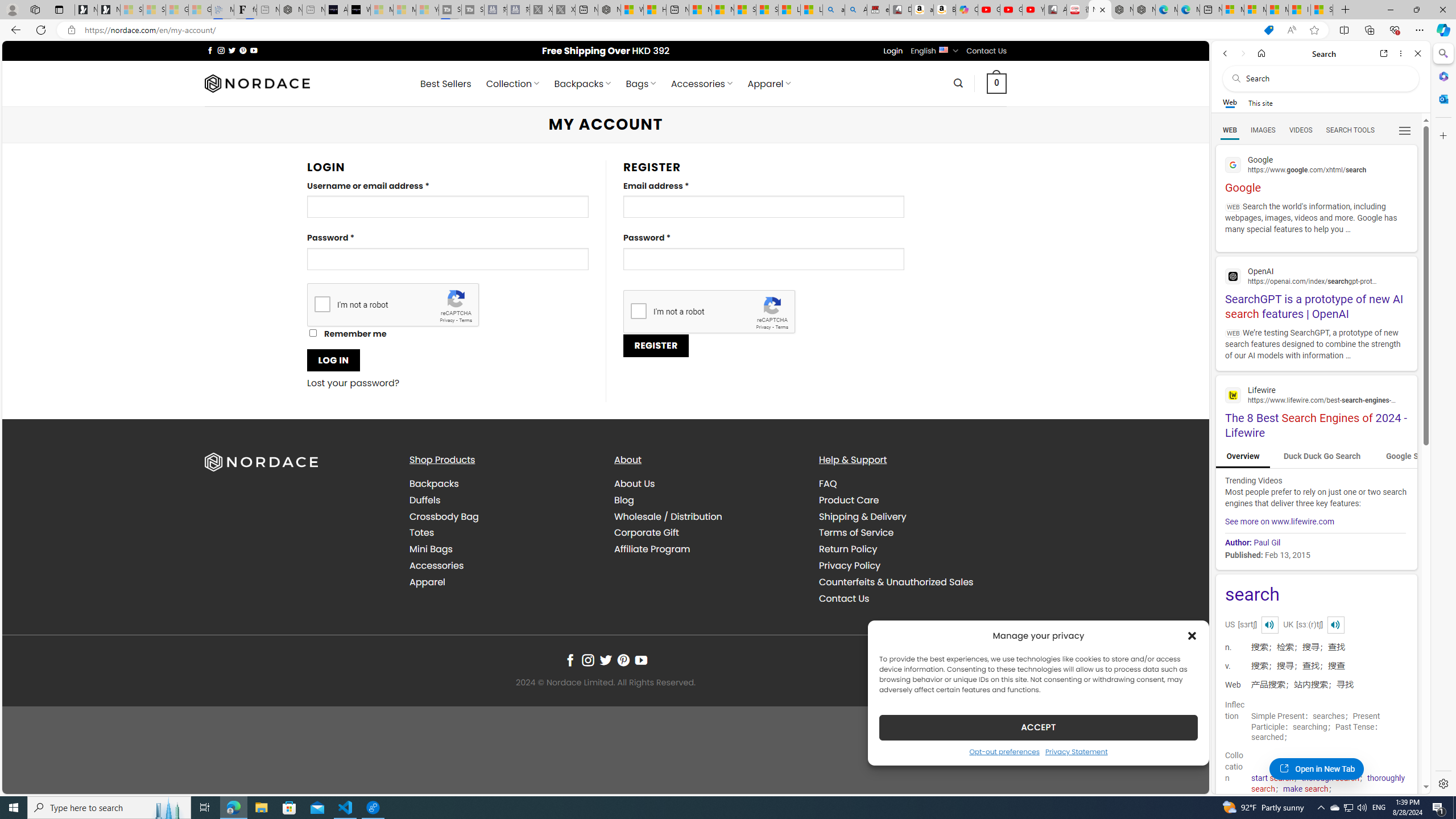 Image resolution: width=1456 pixels, height=819 pixels. What do you see at coordinates (1401, 53) in the screenshot?
I see `'More options'` at bounding box center [1401, 53].